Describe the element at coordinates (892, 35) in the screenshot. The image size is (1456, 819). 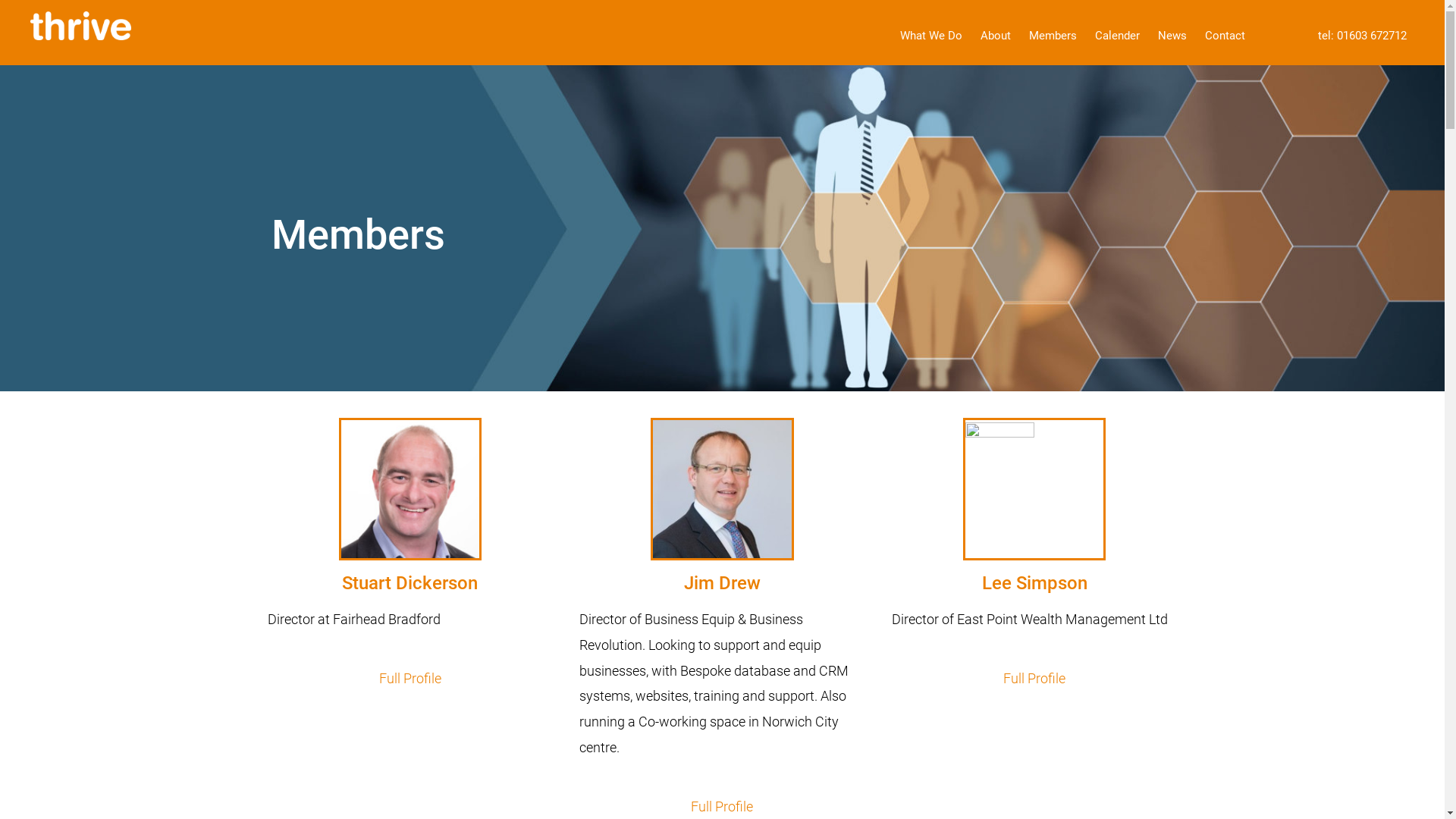
I see `'What We Do'` at that location.